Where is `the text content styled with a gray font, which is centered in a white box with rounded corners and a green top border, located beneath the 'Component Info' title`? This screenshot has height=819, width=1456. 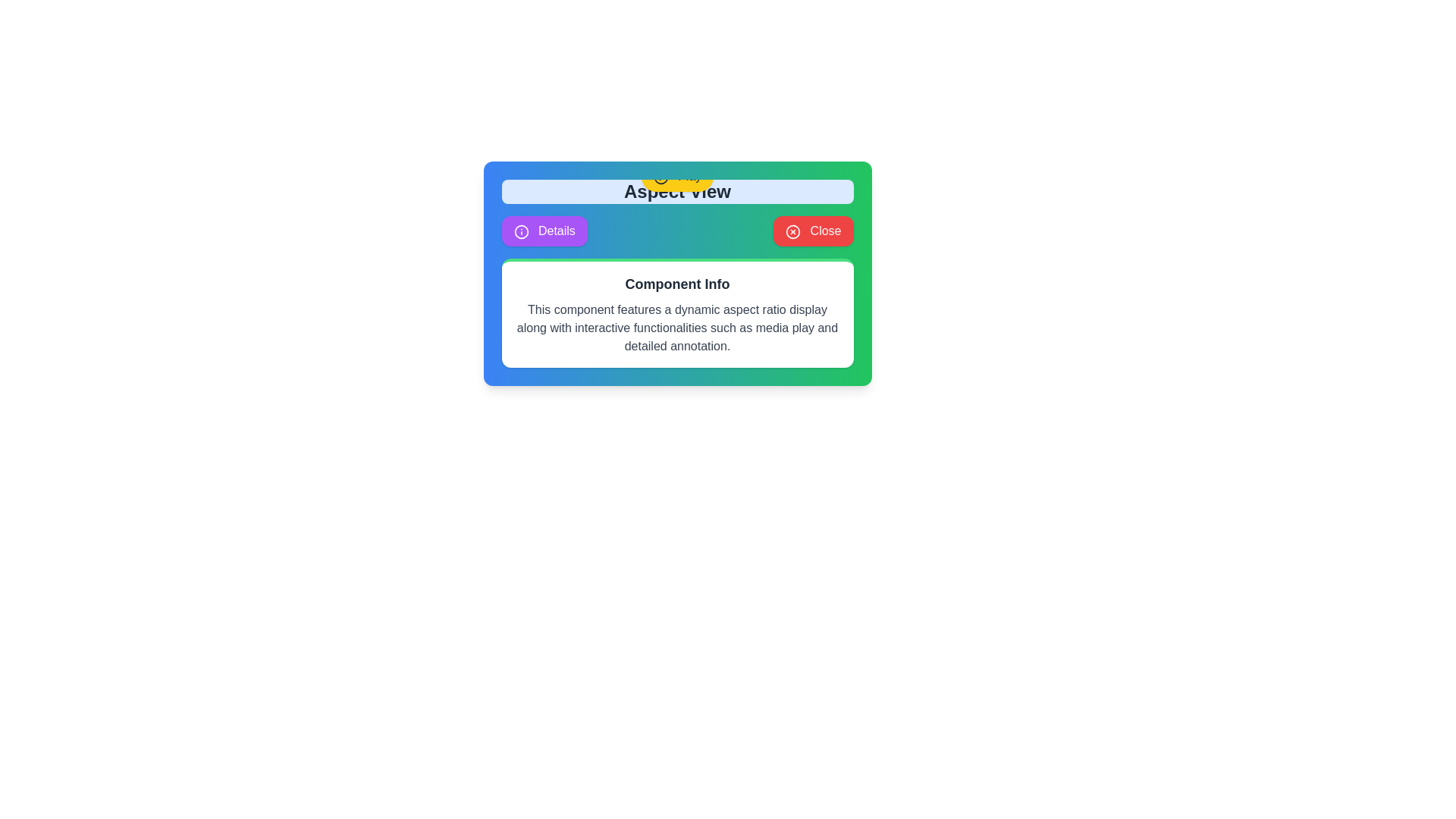 the text content styled with a gray font, which is centered in a white box with rounded corners and a green top border, located beneath the 'Component Info' title is located at coordinates (676, 327).